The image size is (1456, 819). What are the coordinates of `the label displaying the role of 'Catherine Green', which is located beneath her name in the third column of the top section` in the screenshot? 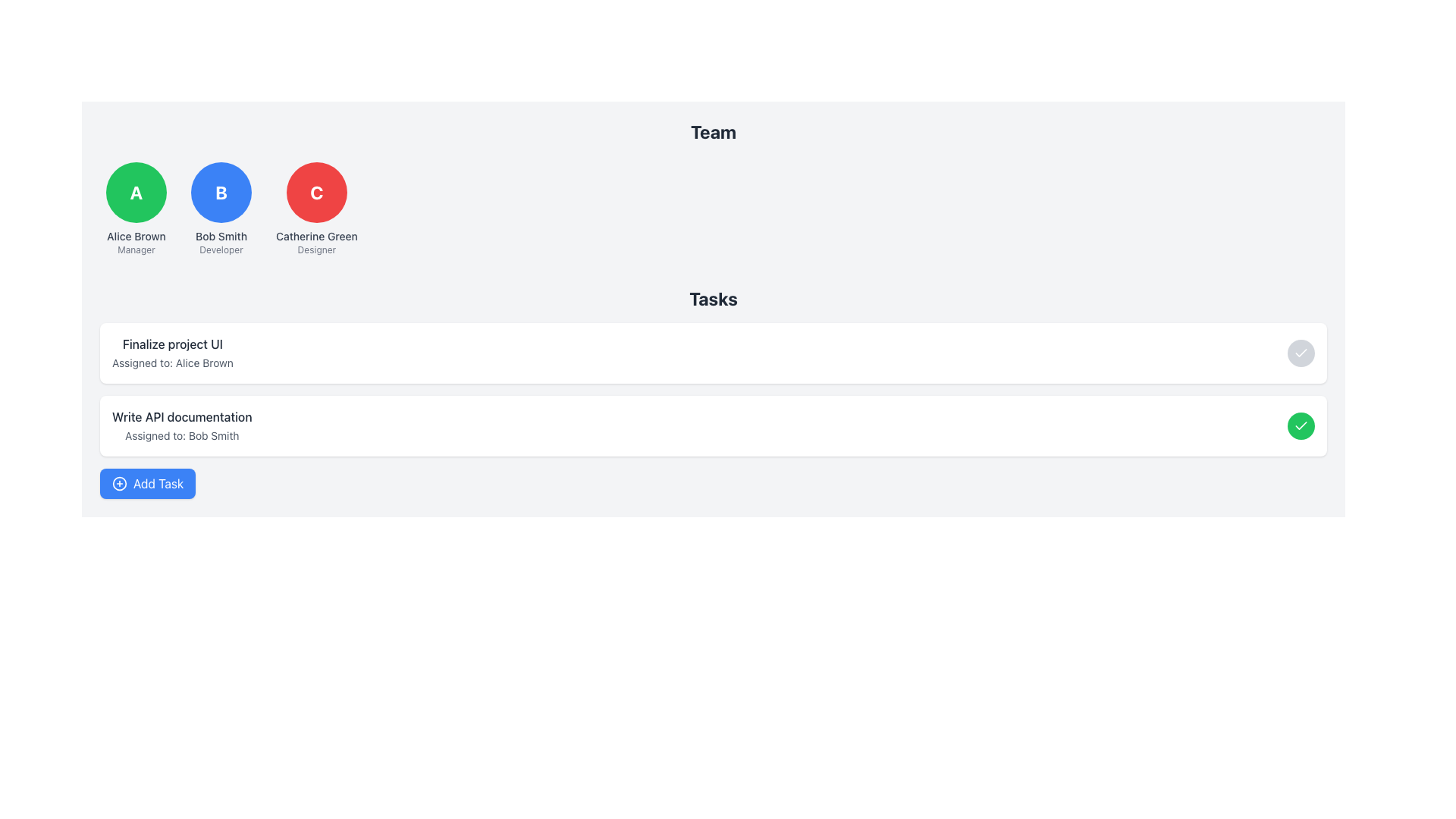 It's located at (315, 249).